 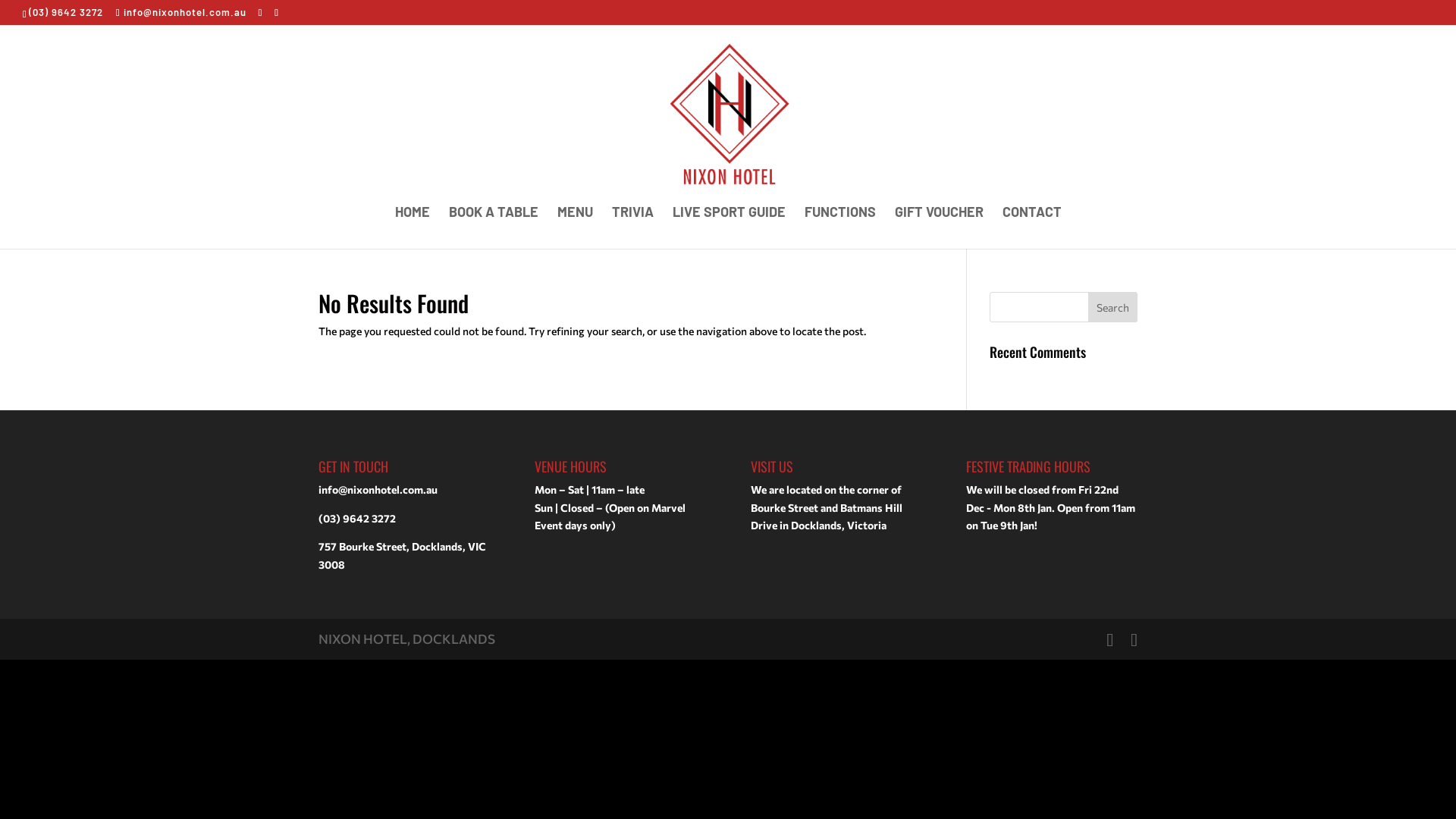 I want to click on '757 Bourke Street, Docklands, VIC 3008', so click(x=402, y=555).